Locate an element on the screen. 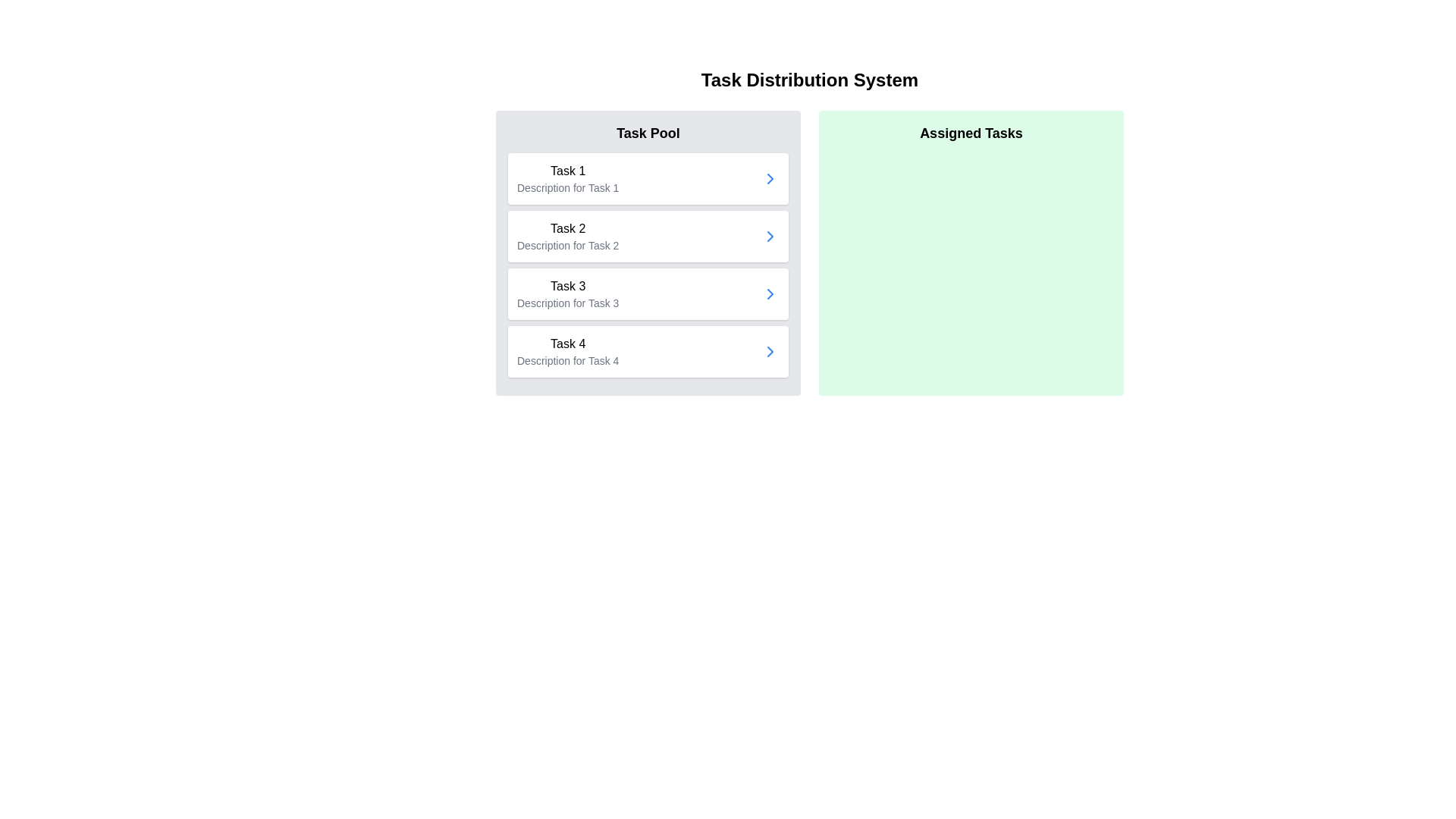 This screenshot has width=1456, height=819. the 'Assigned Tasks' text label located at the top of the green content area on the right side of the interface is located at coordinates (971, 133).